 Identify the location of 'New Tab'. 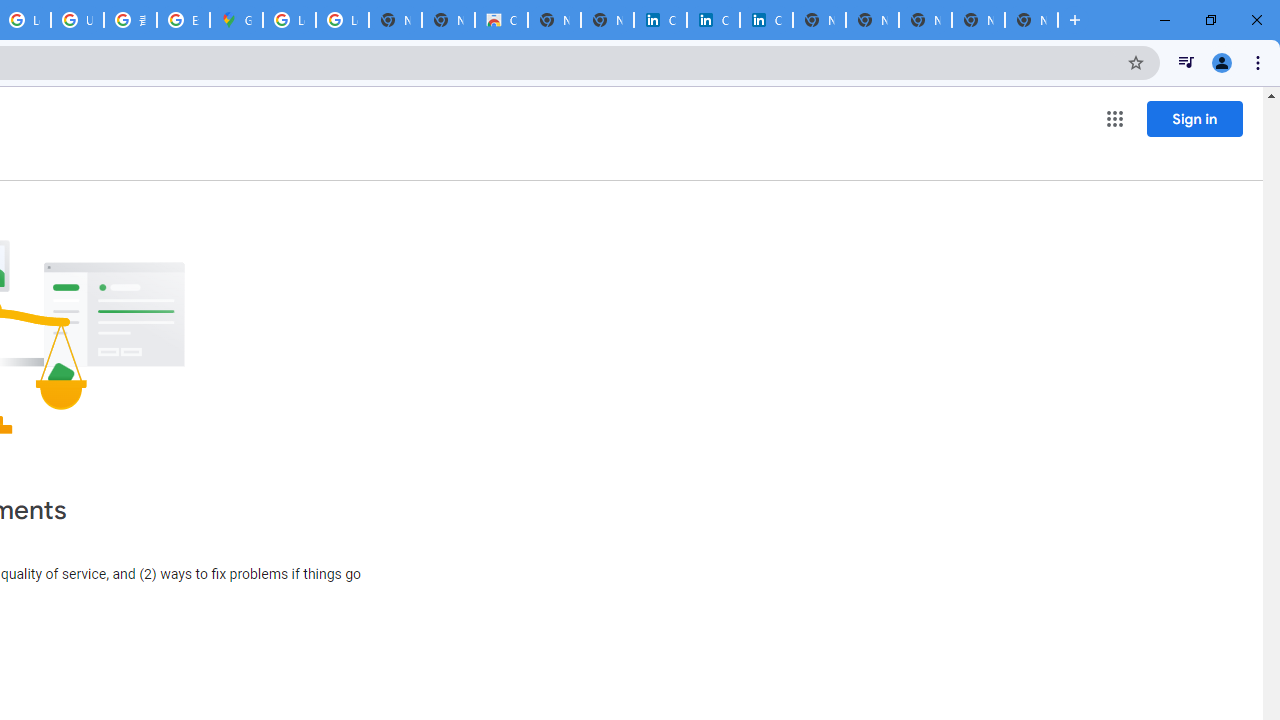
(1031, 20).